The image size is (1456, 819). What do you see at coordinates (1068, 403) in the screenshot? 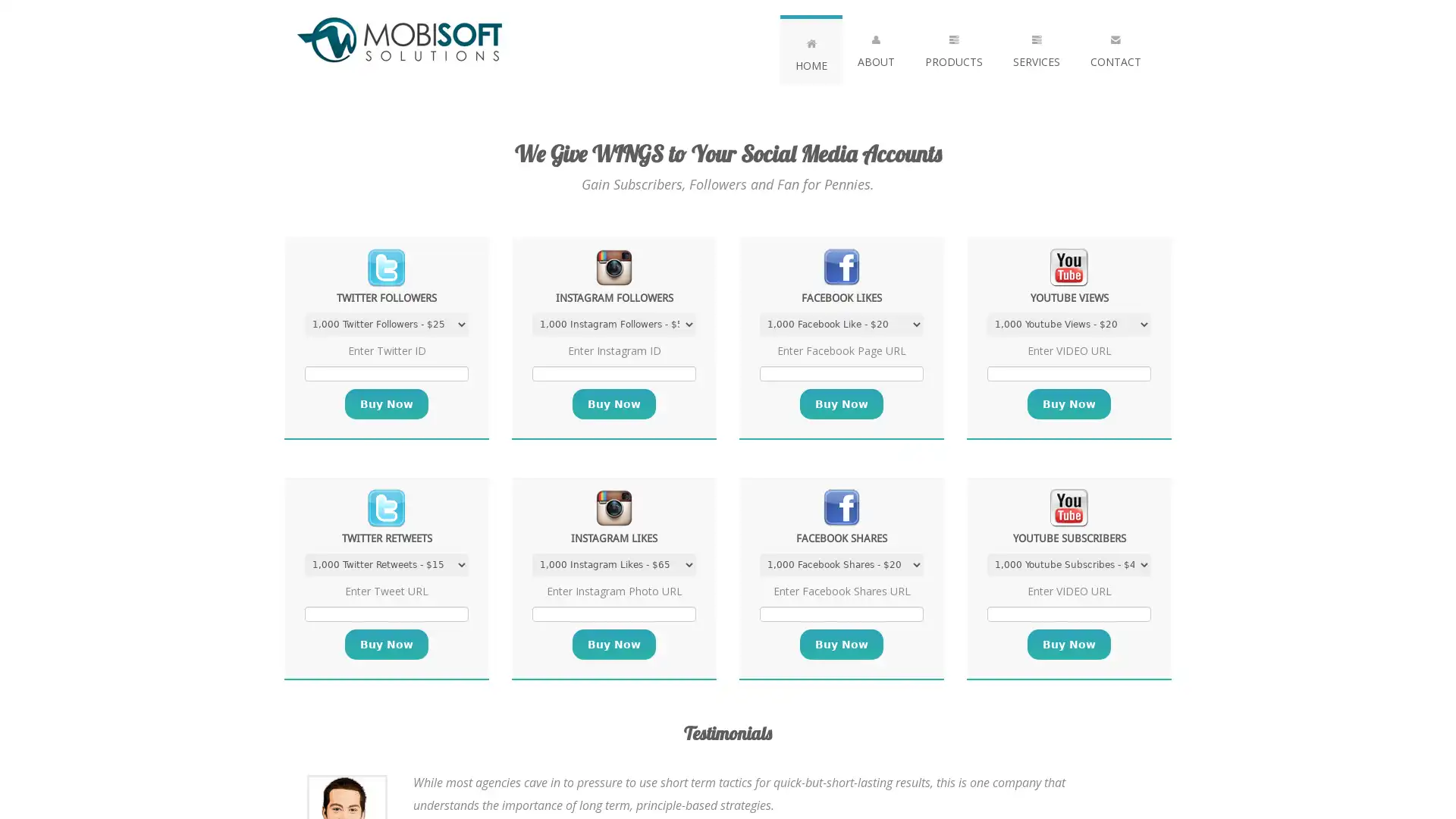
I see `Buy Now` at bounding box center [1068, 403].